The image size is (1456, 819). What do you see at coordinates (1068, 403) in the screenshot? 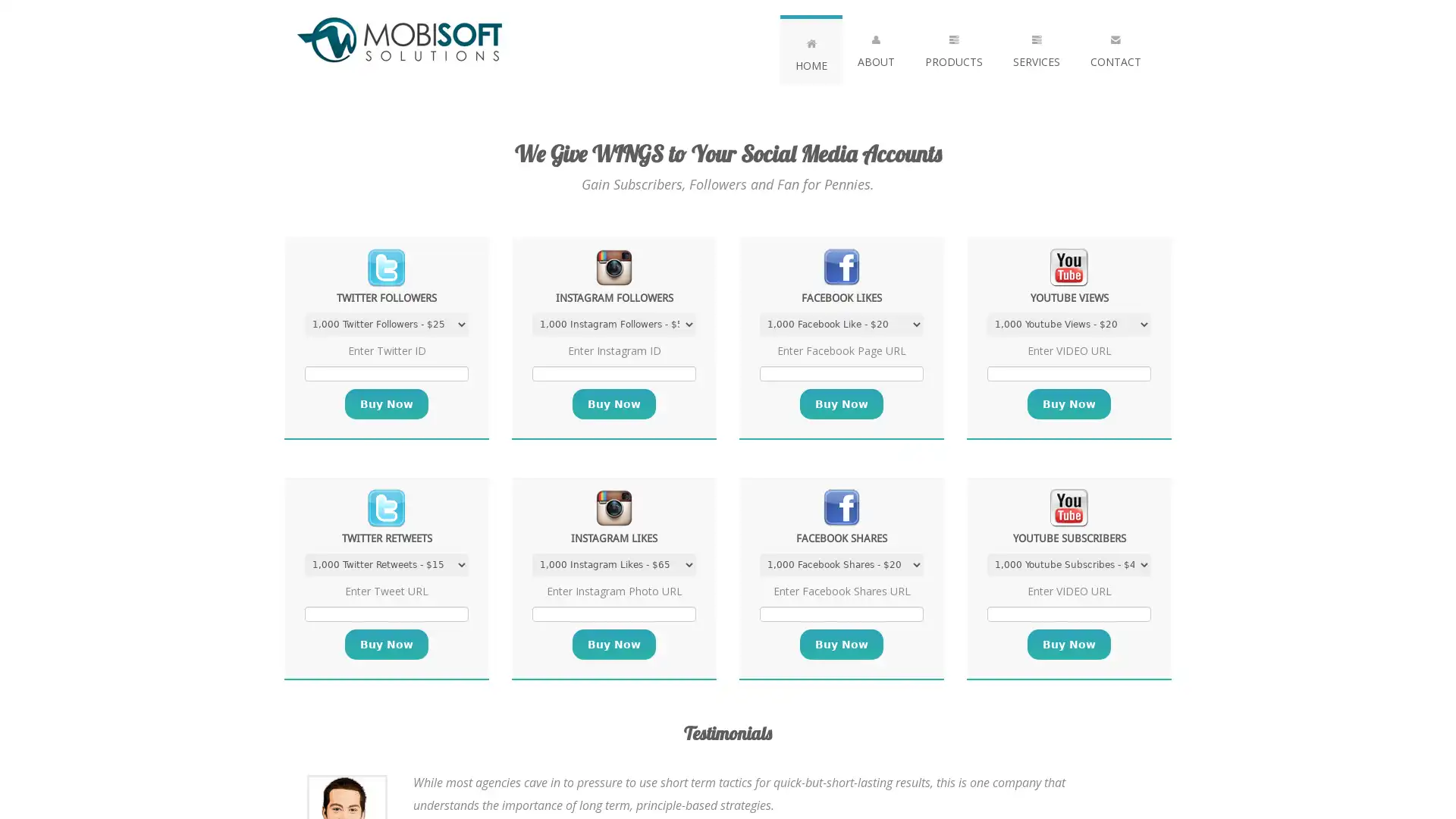
I see `Buy Now` at bounding box center [1068, 403].